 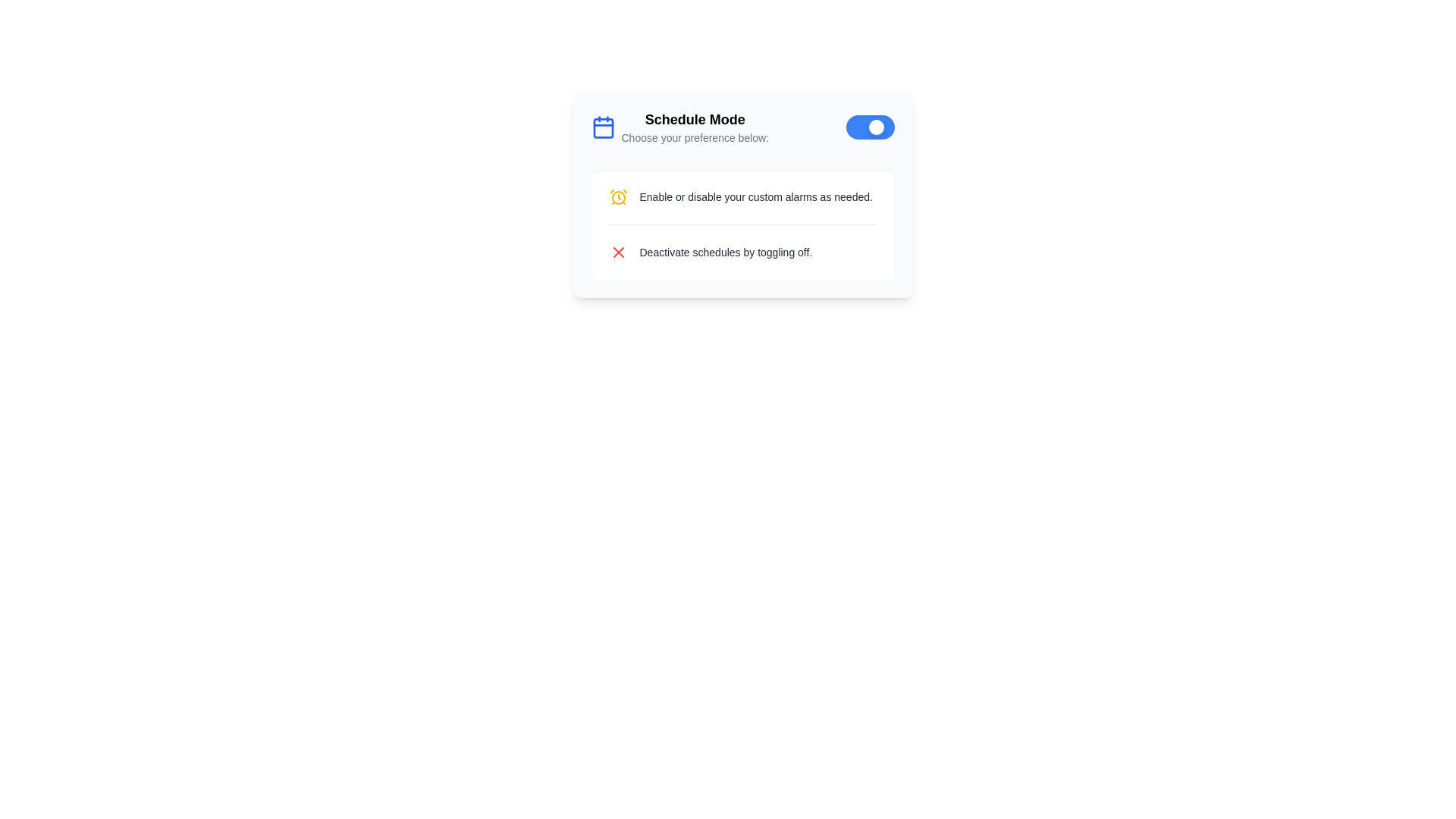 I want to click on the static text element that provides guidance about enabling or disabling alarms, located under the 'Schedule Mode' section and positioned as the first instruction following the header, so click(x=756, y=196).